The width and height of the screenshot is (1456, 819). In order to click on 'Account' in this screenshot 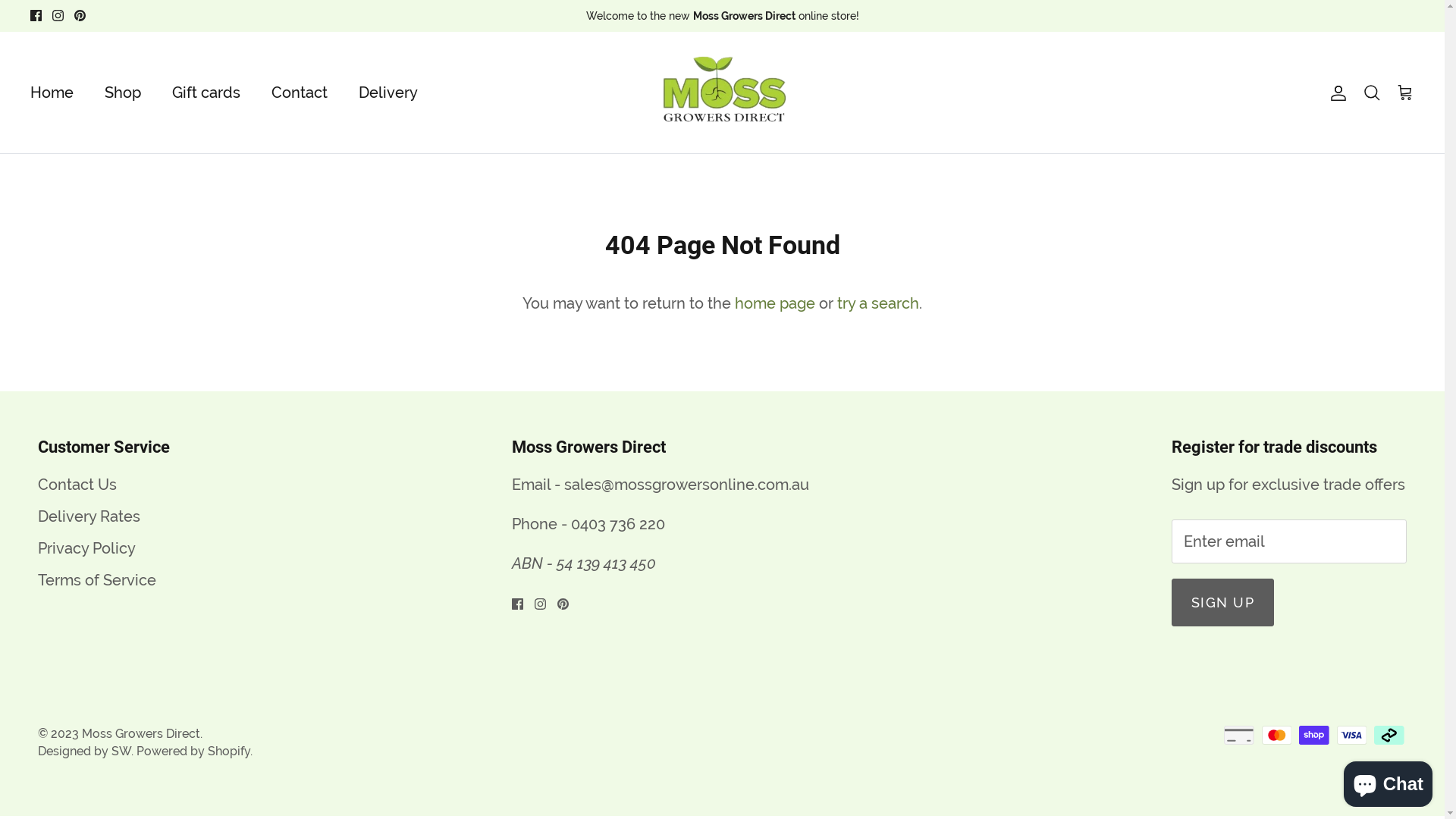, I will do `click(1335, 93)`.